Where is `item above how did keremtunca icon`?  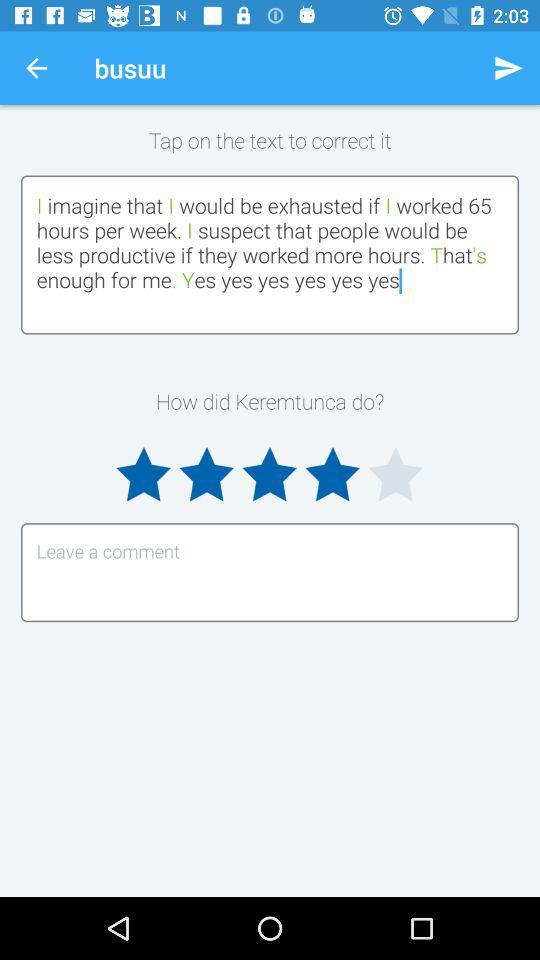
item above how did keremtunca icon is located at coordinates (270, 253).